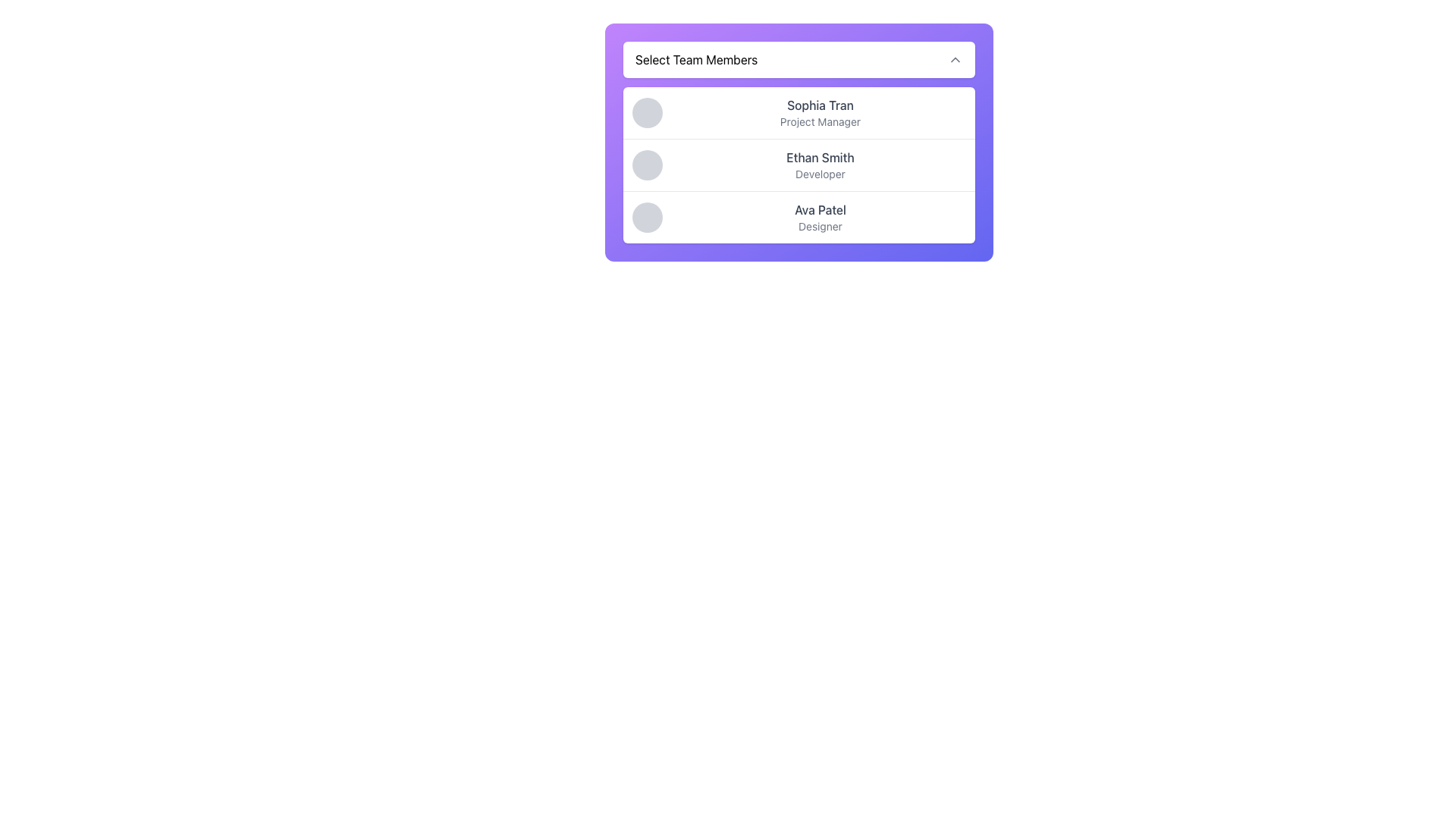 The image size is (1456, 819). What do you see at coordinates (799, 143) in the screenshot?
I see `the team member's card in the central component containing a list of selectable items` at bounding box center [799, 143].